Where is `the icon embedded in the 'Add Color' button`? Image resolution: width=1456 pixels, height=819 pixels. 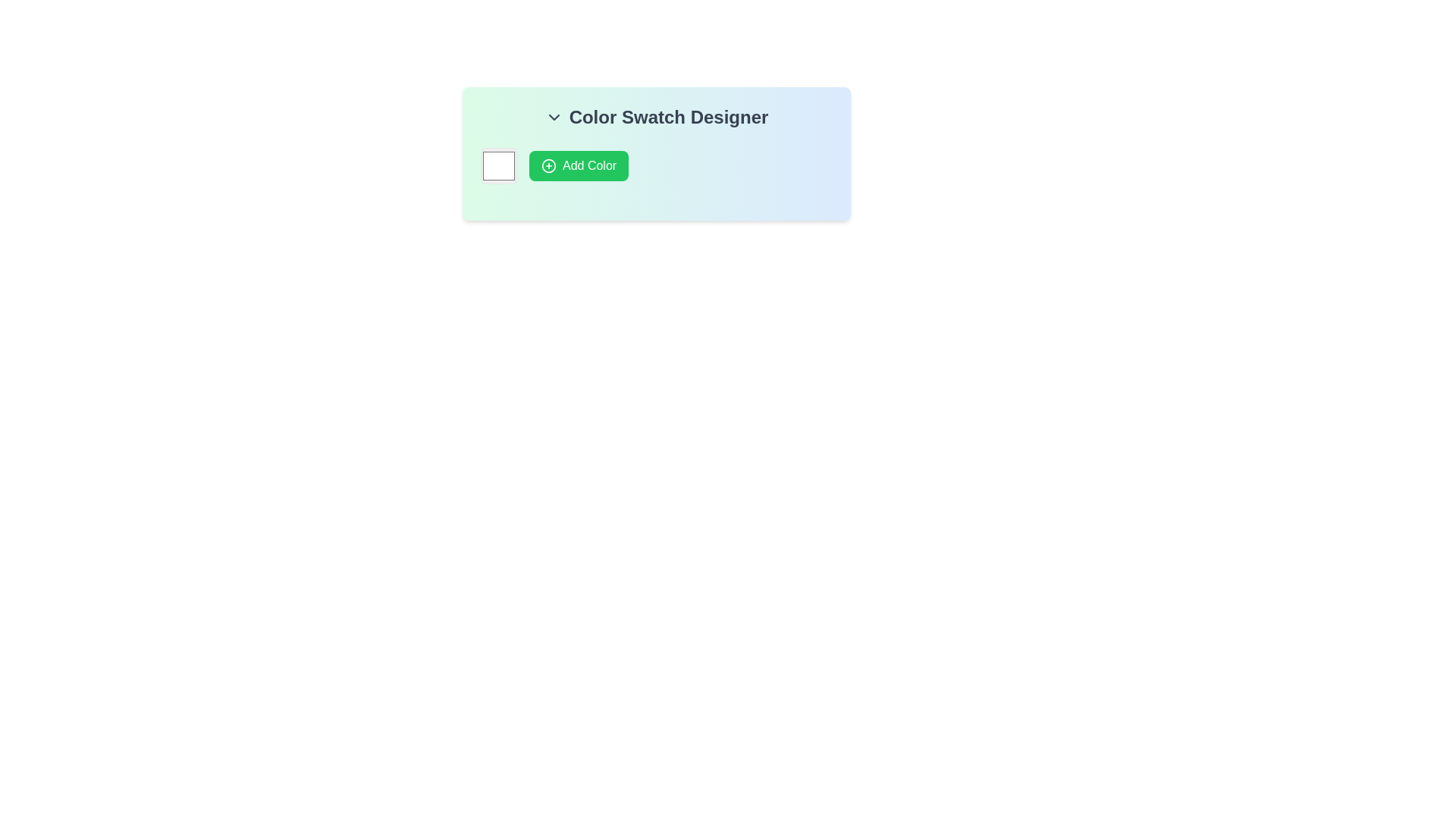 the icon embedded in the 'Add Color' button is located at coordinates (548, 166).